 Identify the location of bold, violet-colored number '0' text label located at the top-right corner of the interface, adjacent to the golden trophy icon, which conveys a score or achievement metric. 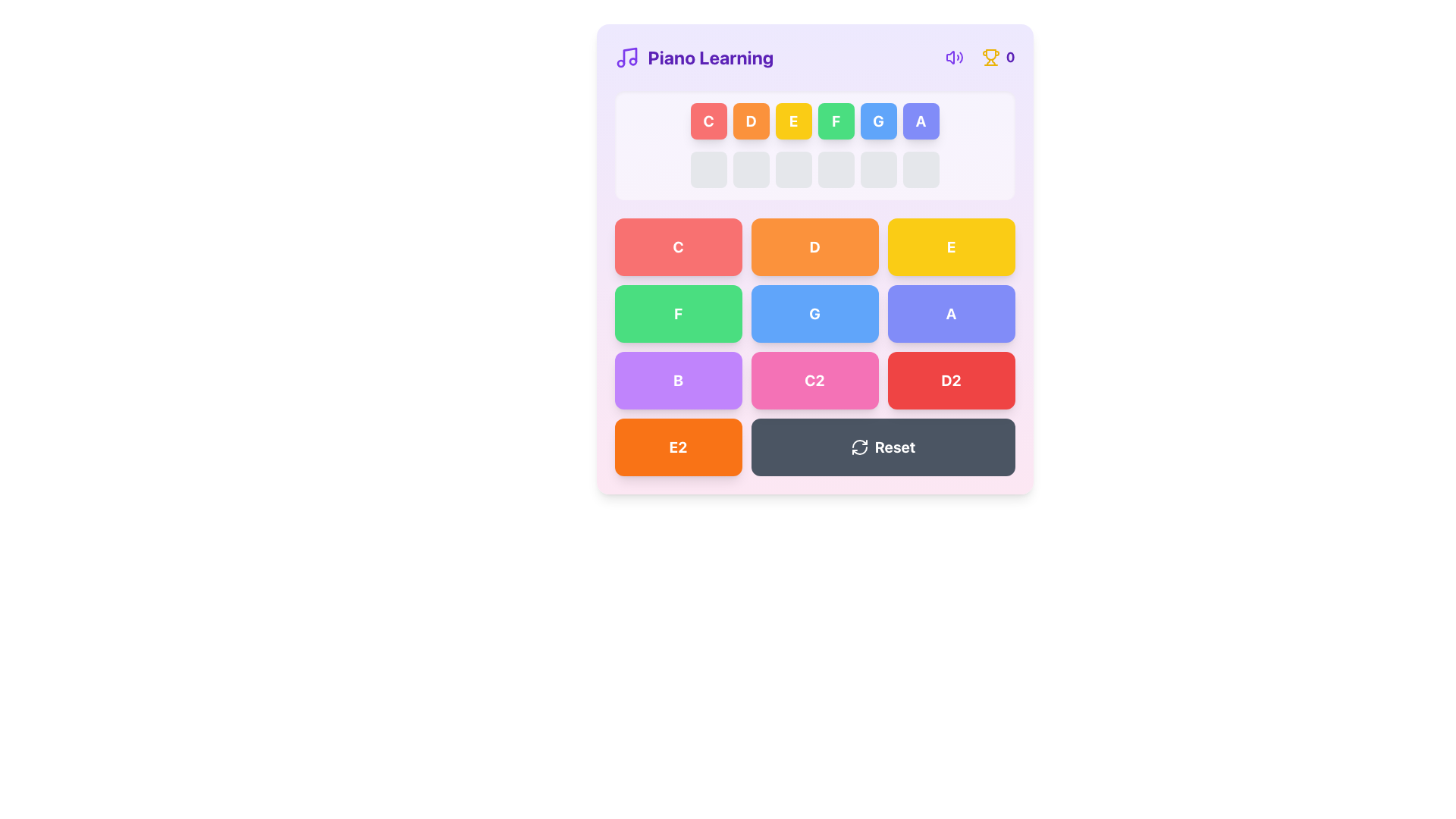
(998, 57).